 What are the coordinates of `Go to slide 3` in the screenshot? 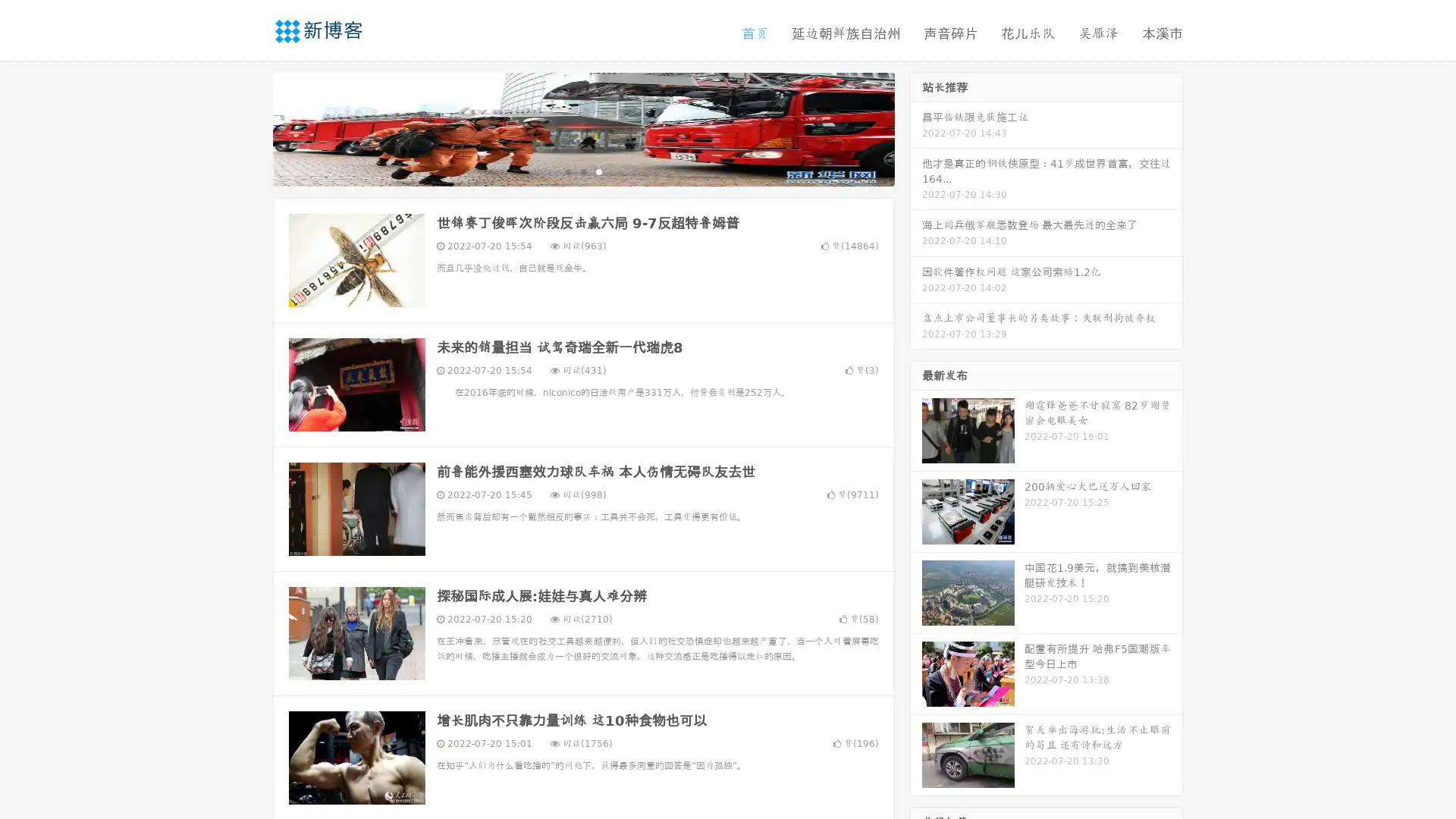 It's located at (598, 171).